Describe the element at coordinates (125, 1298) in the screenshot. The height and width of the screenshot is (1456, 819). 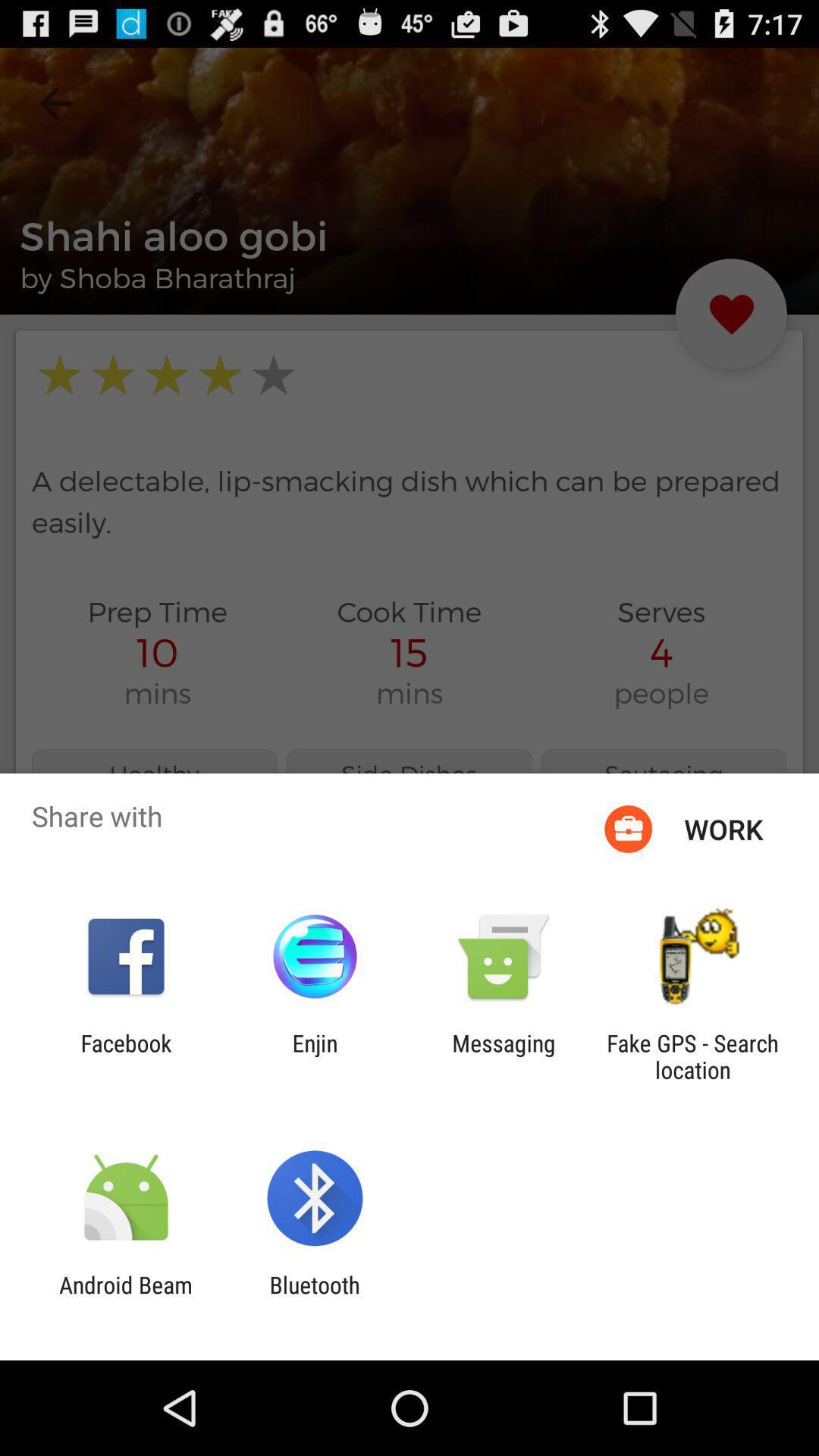
I see `item to the left of the bluetooth item` at that location.